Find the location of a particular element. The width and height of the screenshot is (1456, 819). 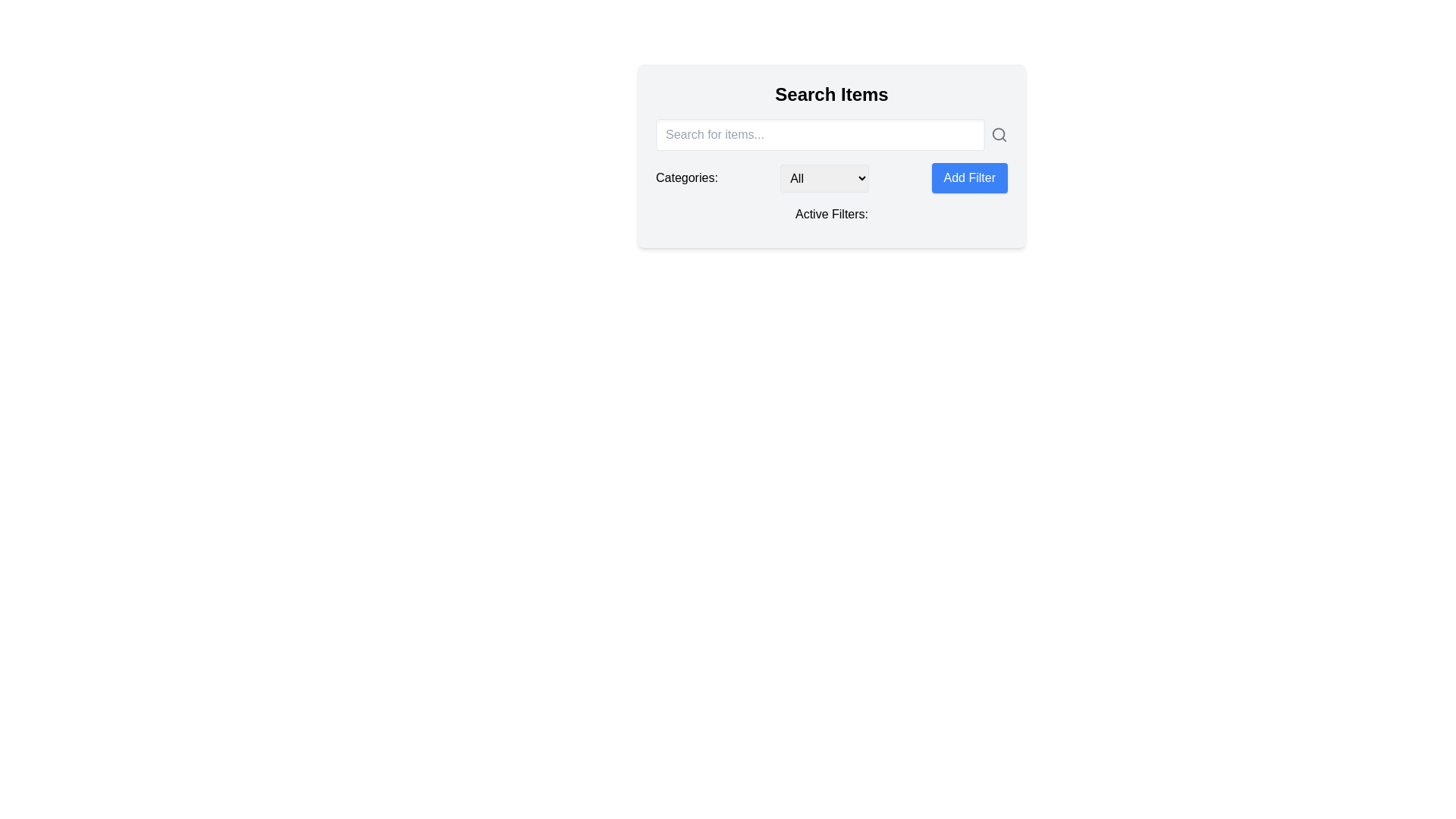

the 'Add Filter' button located to the far right of the 'Categories:' label and 'All' dropdown is located at coordinates (968, 177).